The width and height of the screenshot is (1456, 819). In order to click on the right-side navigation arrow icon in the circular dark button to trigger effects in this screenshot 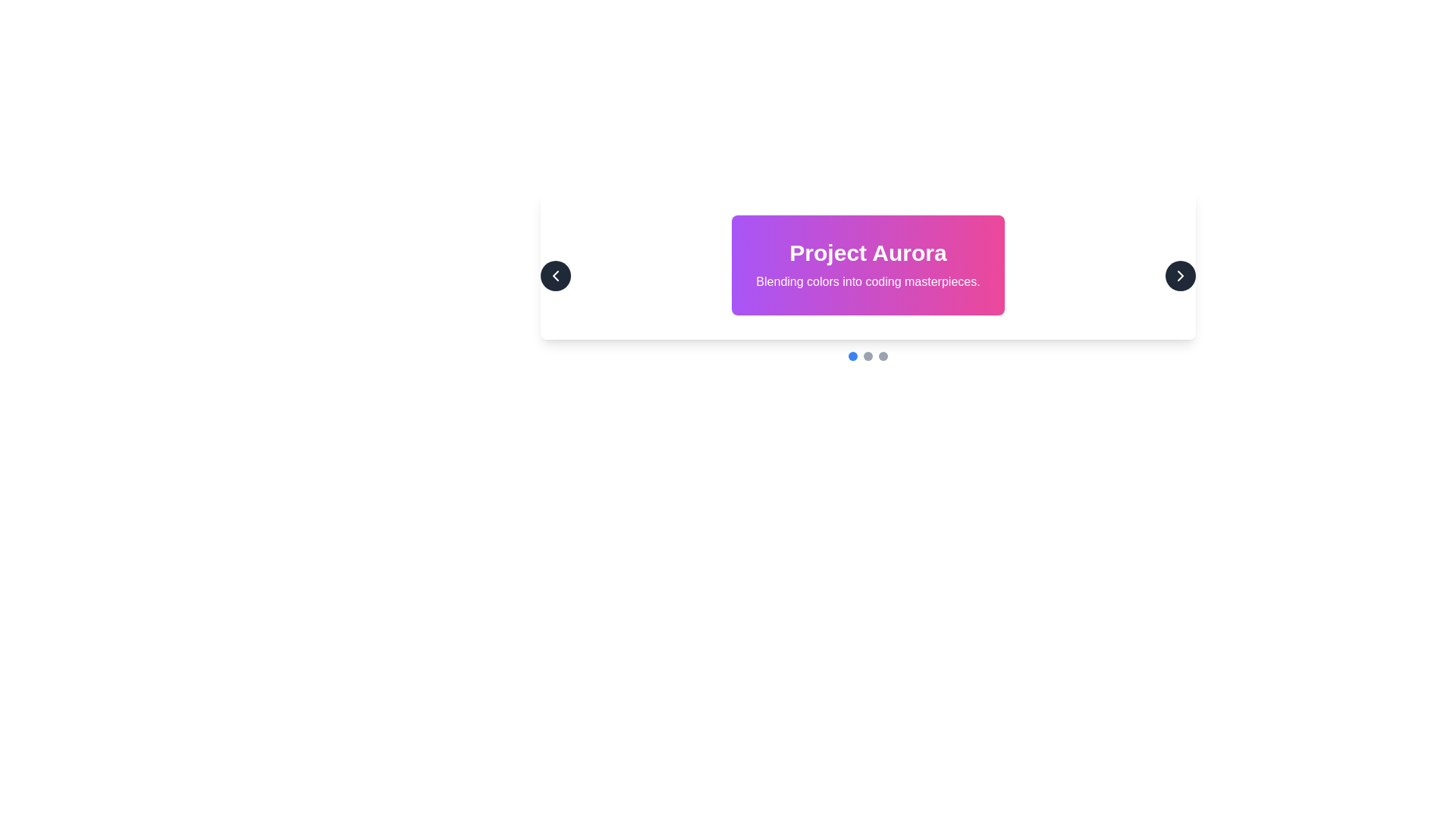, I will do `click(1179, 275)`.